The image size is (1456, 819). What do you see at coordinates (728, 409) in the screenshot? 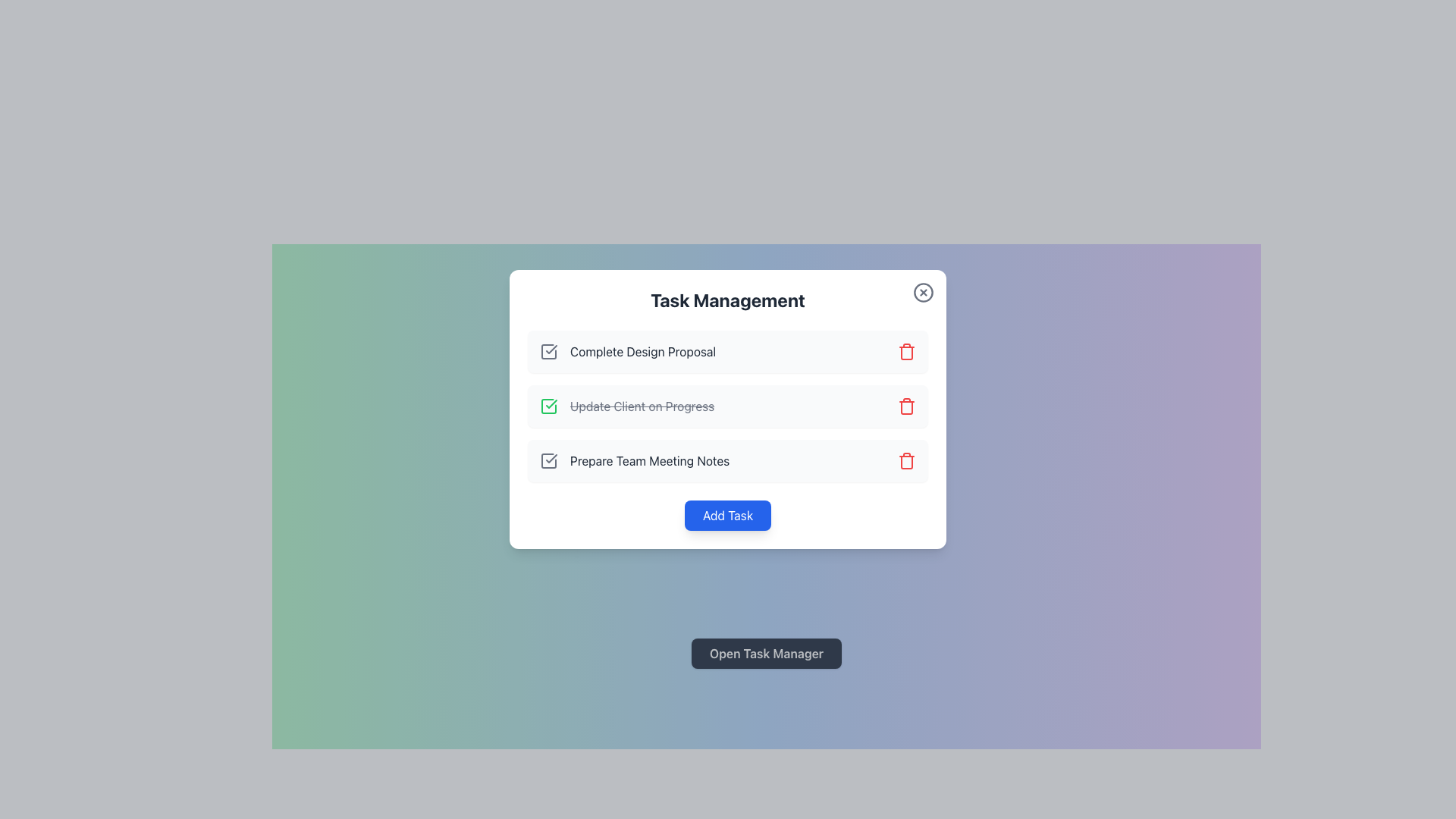
I see `the completed task list item located in the task management modal, which is the second item in the list` at bounding box center [728, 409].